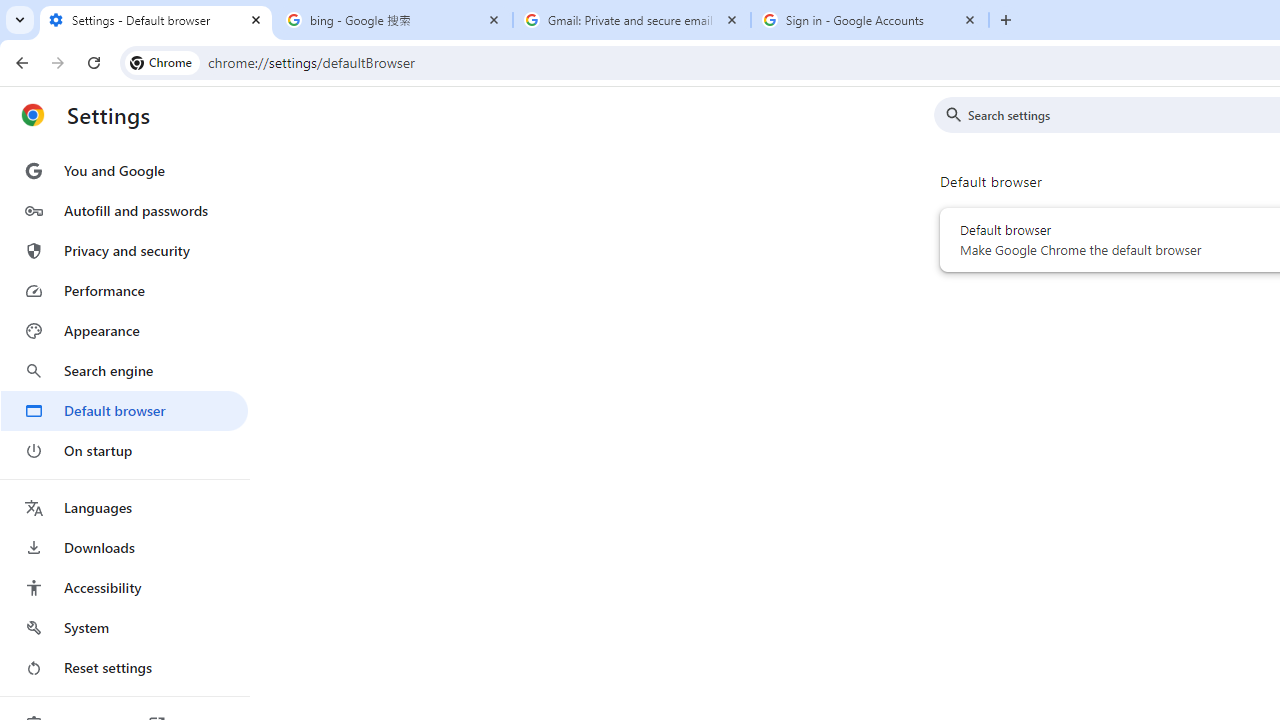 The image size is (1280, 720). Describe the element at coordinates (123, 290) in the screenshot. I see `'Performance'` at that location.